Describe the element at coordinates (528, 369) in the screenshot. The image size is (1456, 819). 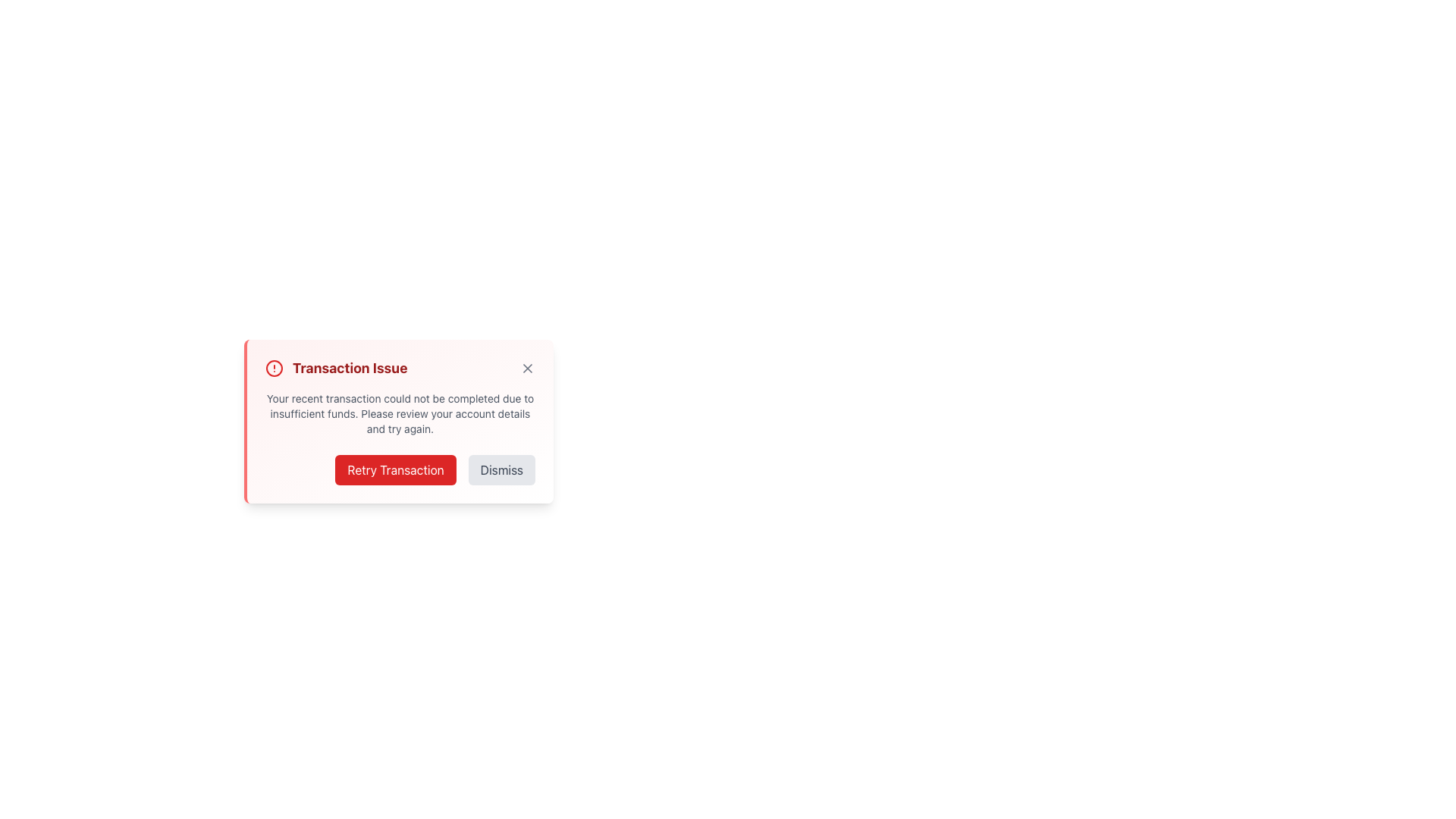
I see `the close button represented by an 'X' icon in the top-right corner of the alert box` at that location.